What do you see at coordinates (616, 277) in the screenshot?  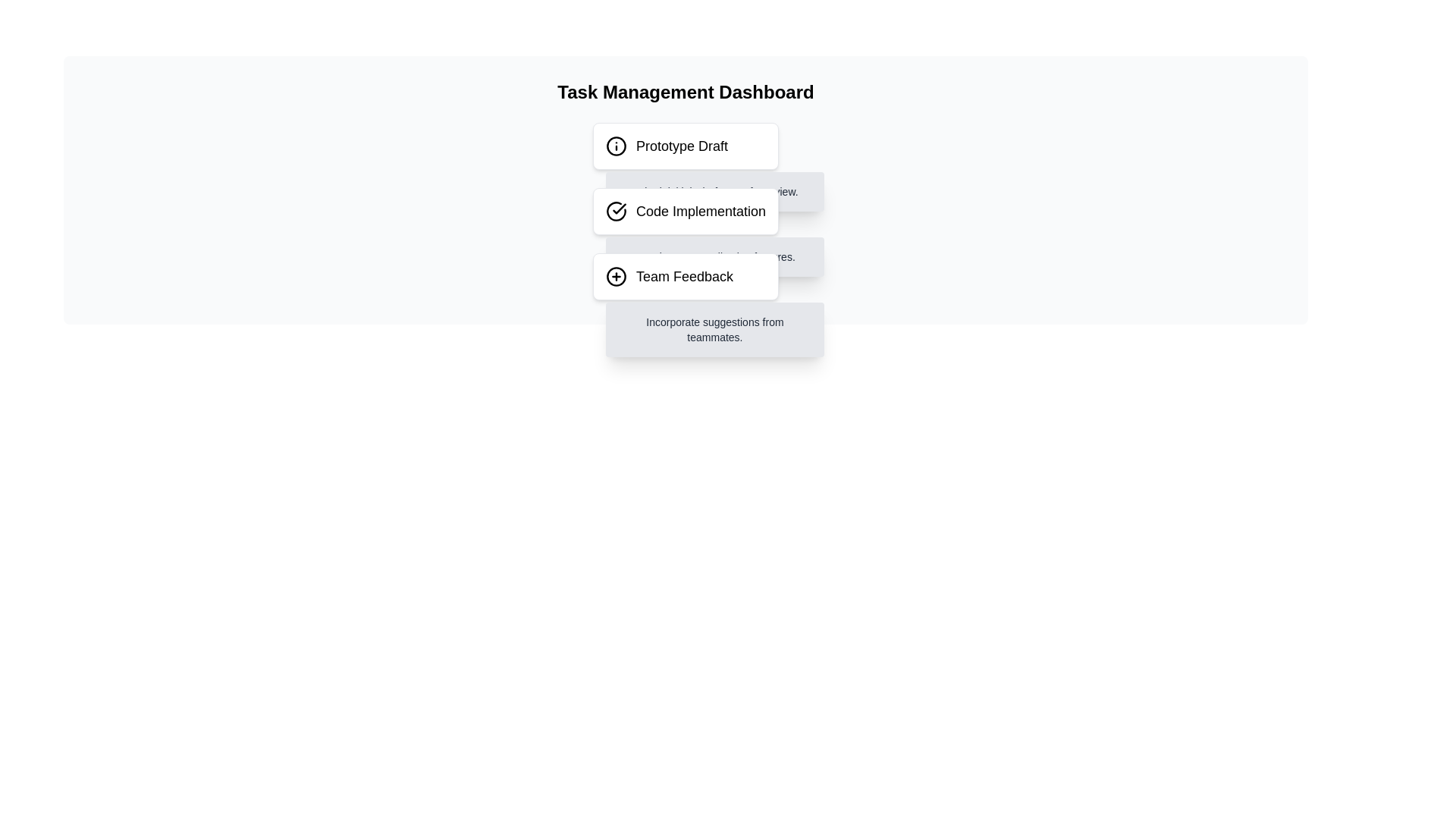 I see `the circular graphic element that is part of the 'Team Feedback' section, which features a plus symbol in a minimalist design` at bounding box center [616, 277].